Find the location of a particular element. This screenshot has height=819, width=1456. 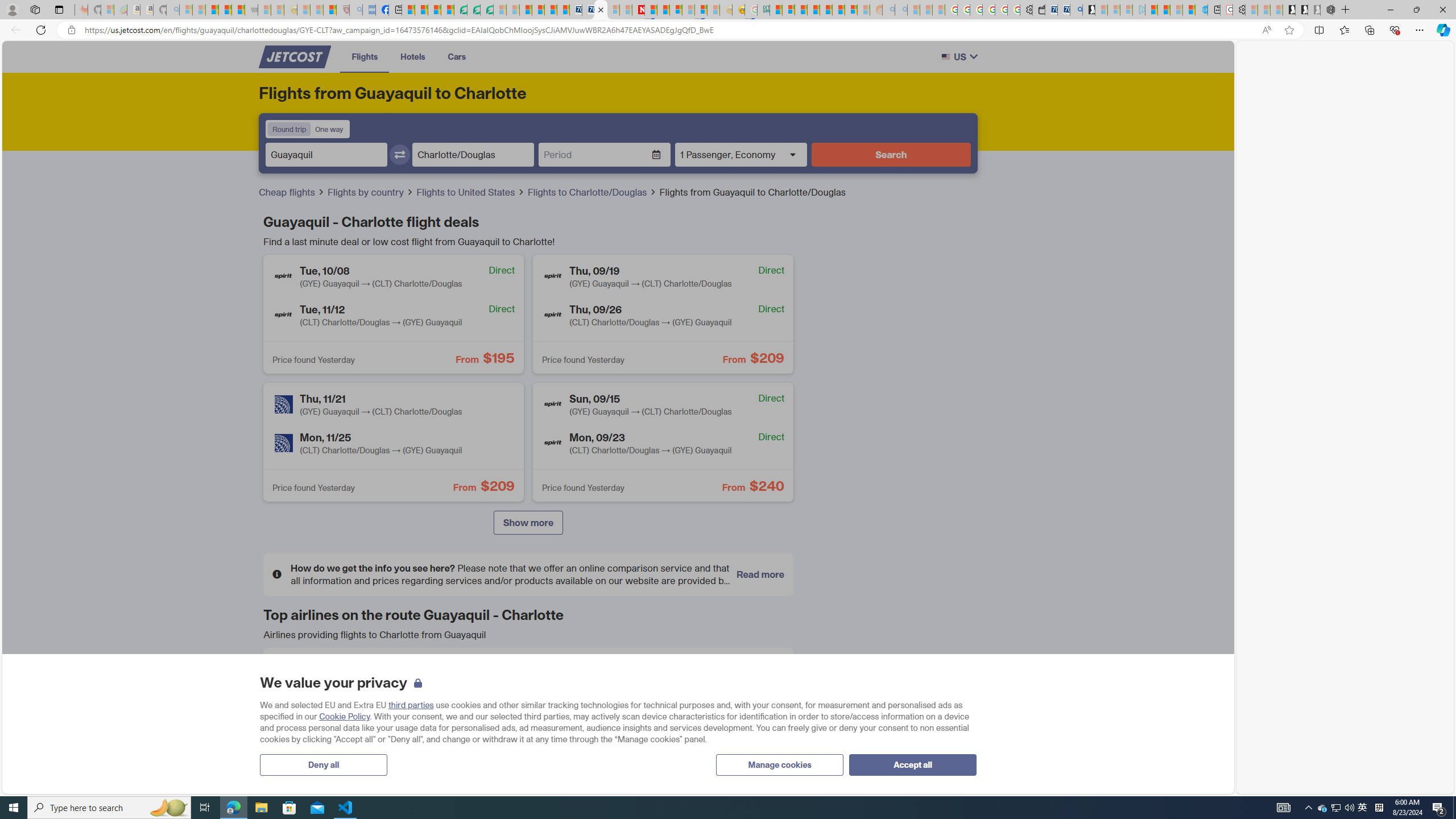

'Search' is located at coordinates (890, 154).